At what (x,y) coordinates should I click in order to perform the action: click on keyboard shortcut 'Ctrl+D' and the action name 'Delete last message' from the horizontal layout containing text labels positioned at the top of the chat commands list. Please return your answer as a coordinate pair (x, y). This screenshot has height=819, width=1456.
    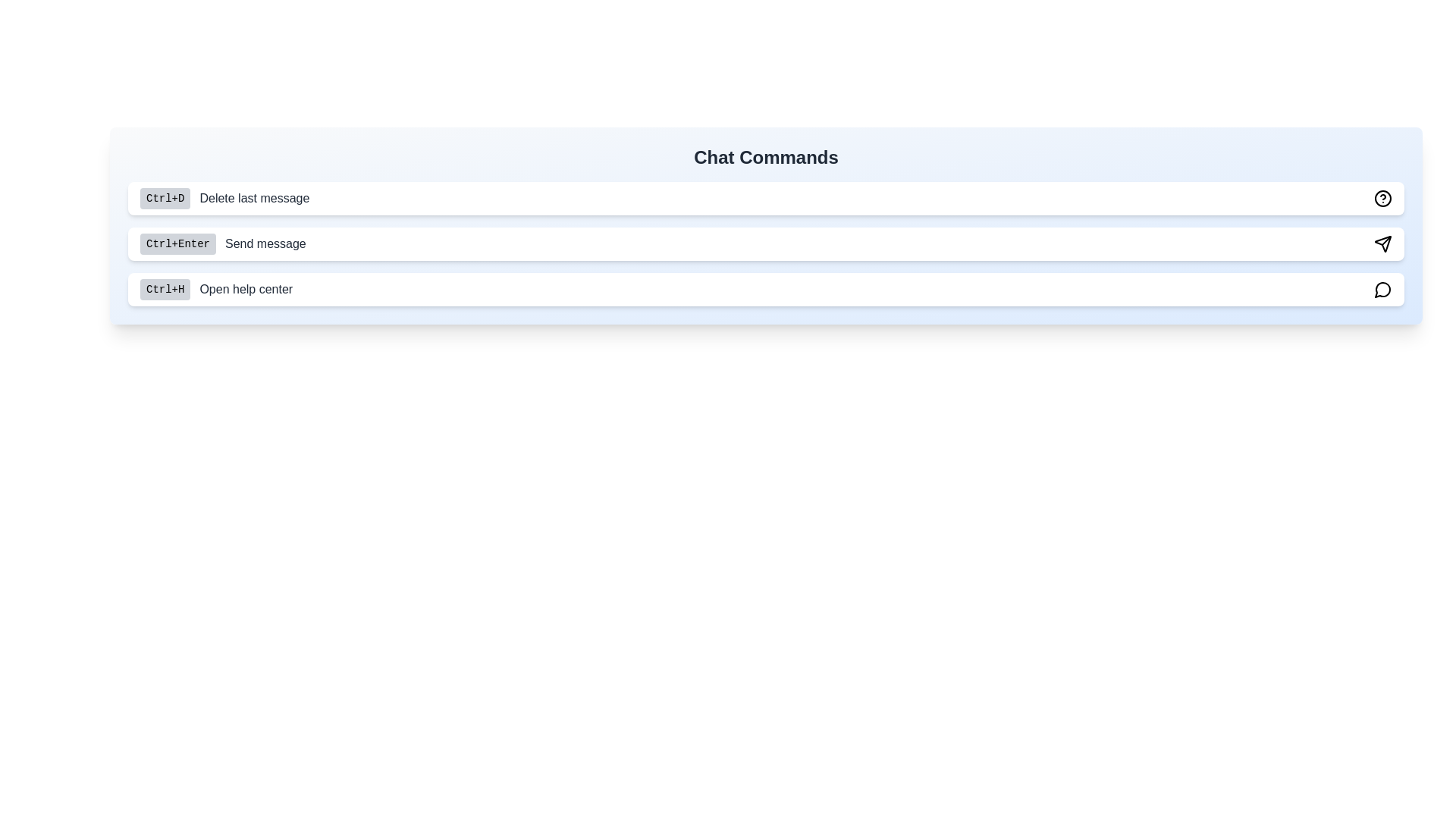
    Looking at the image, I should click on (224, 198).